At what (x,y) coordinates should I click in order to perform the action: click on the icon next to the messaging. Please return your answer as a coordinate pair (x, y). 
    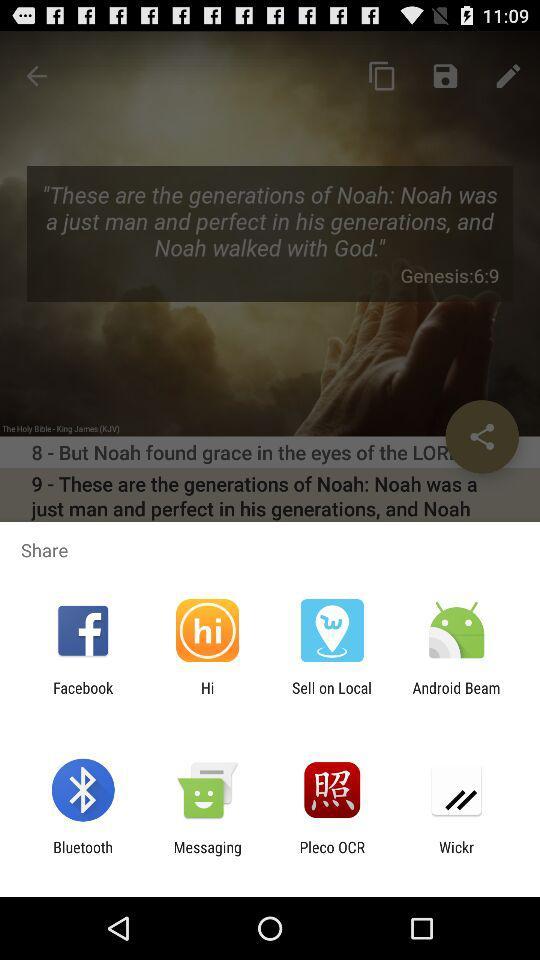
    Looking at the image, I should click on (82, 855).